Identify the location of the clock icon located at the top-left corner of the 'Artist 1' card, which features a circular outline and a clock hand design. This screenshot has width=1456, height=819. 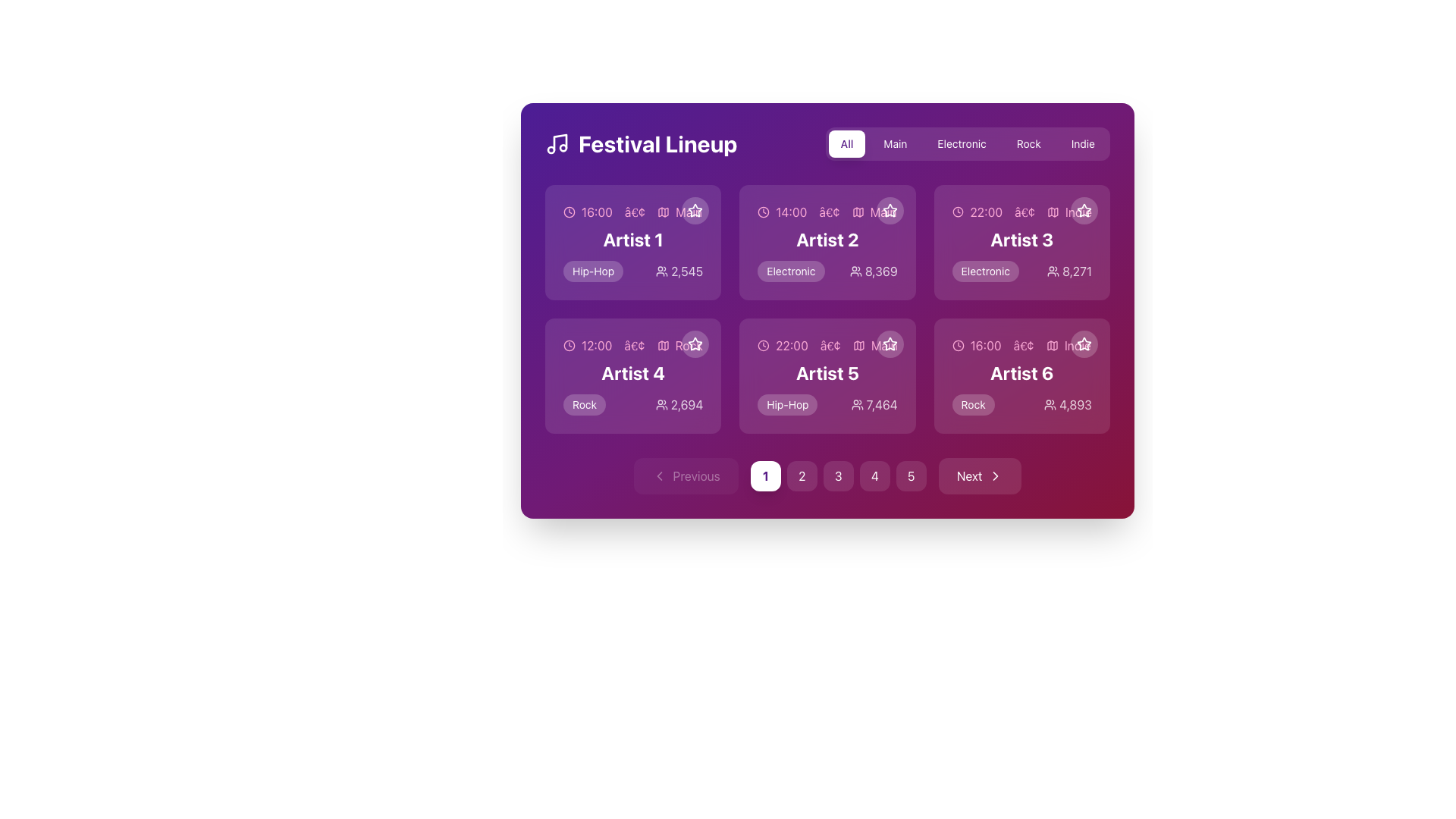
(568, 212).